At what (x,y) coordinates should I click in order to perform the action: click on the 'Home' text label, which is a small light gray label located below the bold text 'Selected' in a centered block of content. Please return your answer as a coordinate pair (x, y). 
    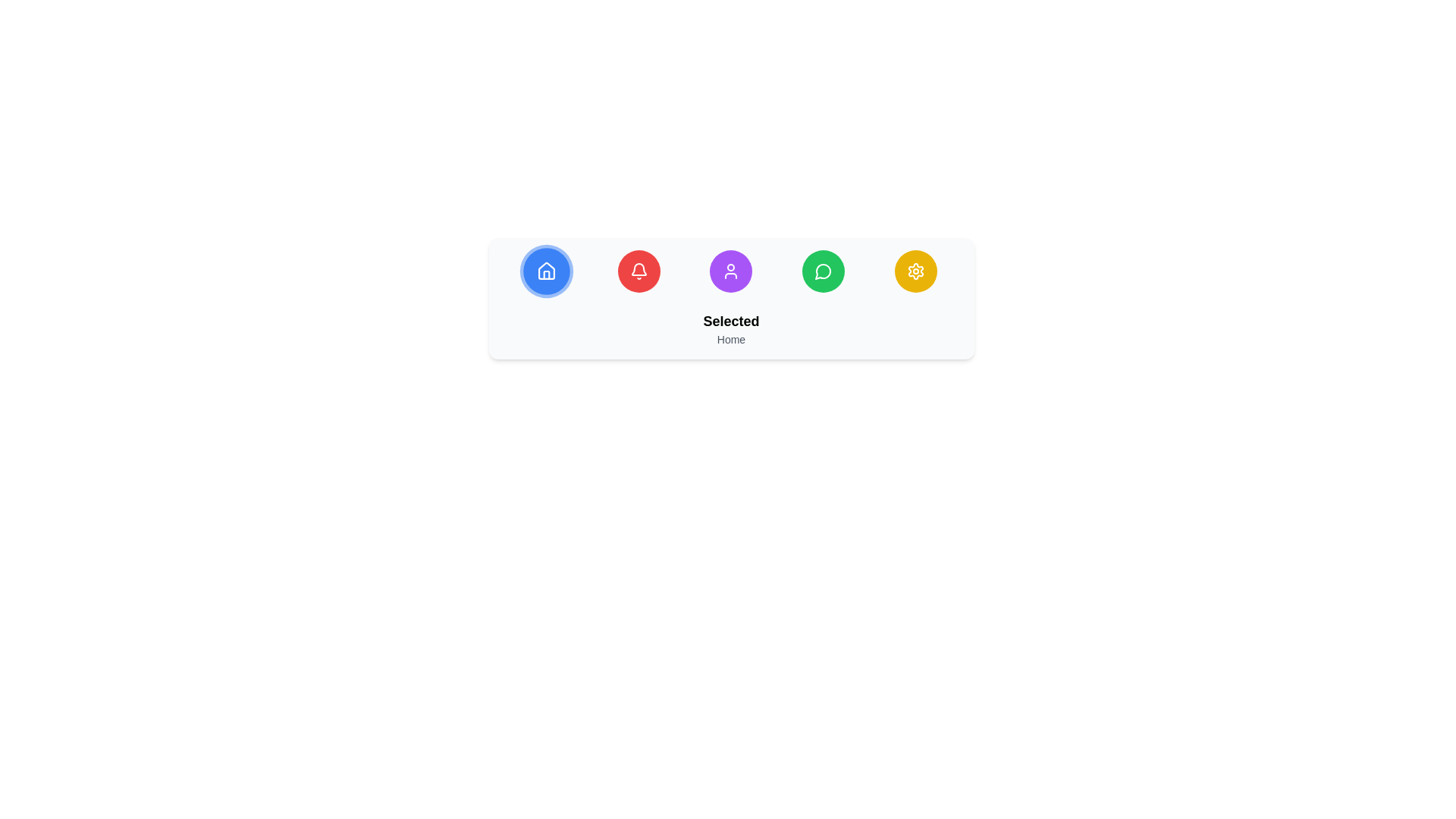
    Looking at the image, I should click on (731, 338).